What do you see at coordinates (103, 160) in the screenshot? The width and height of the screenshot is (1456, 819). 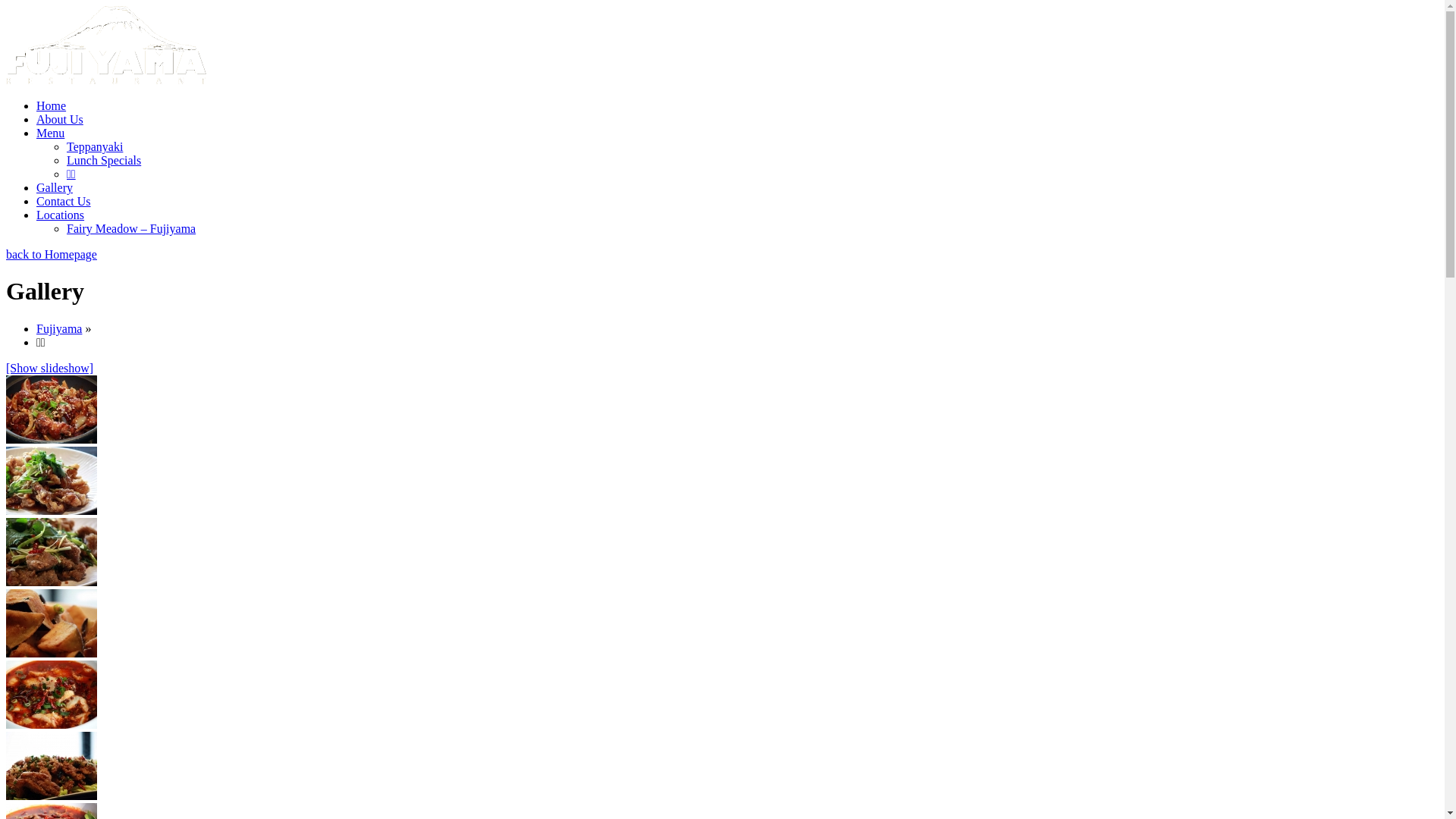 I see `'Lunch Specials'` at bounding box center [103, 160].